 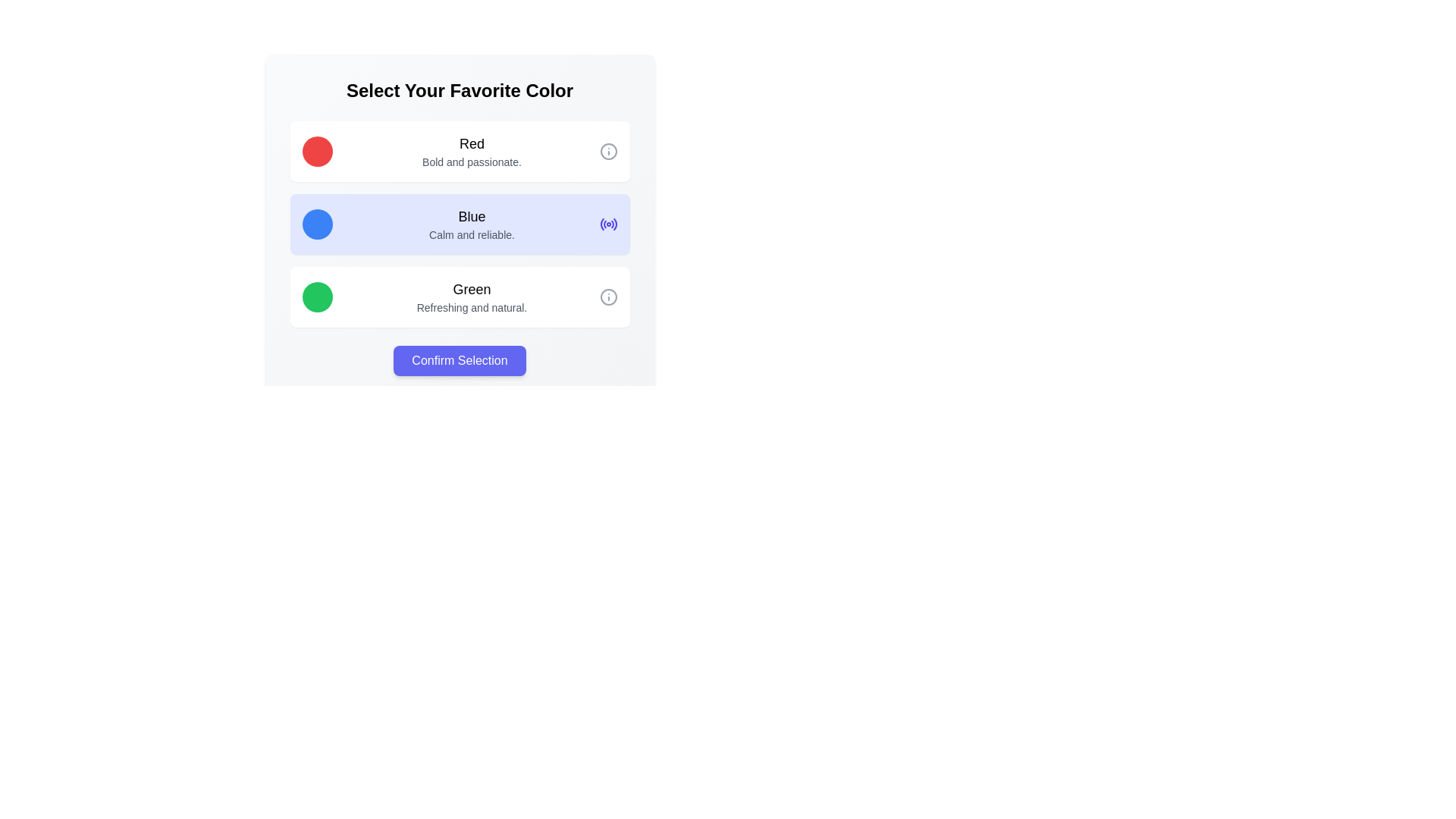 What do you see at coordinates (459, 360) in the screenshot?
I see `the 'Confirm Selection' button with a purple background and white text, which is centrally positioned below a list of options` at bounding box center [459, 360].